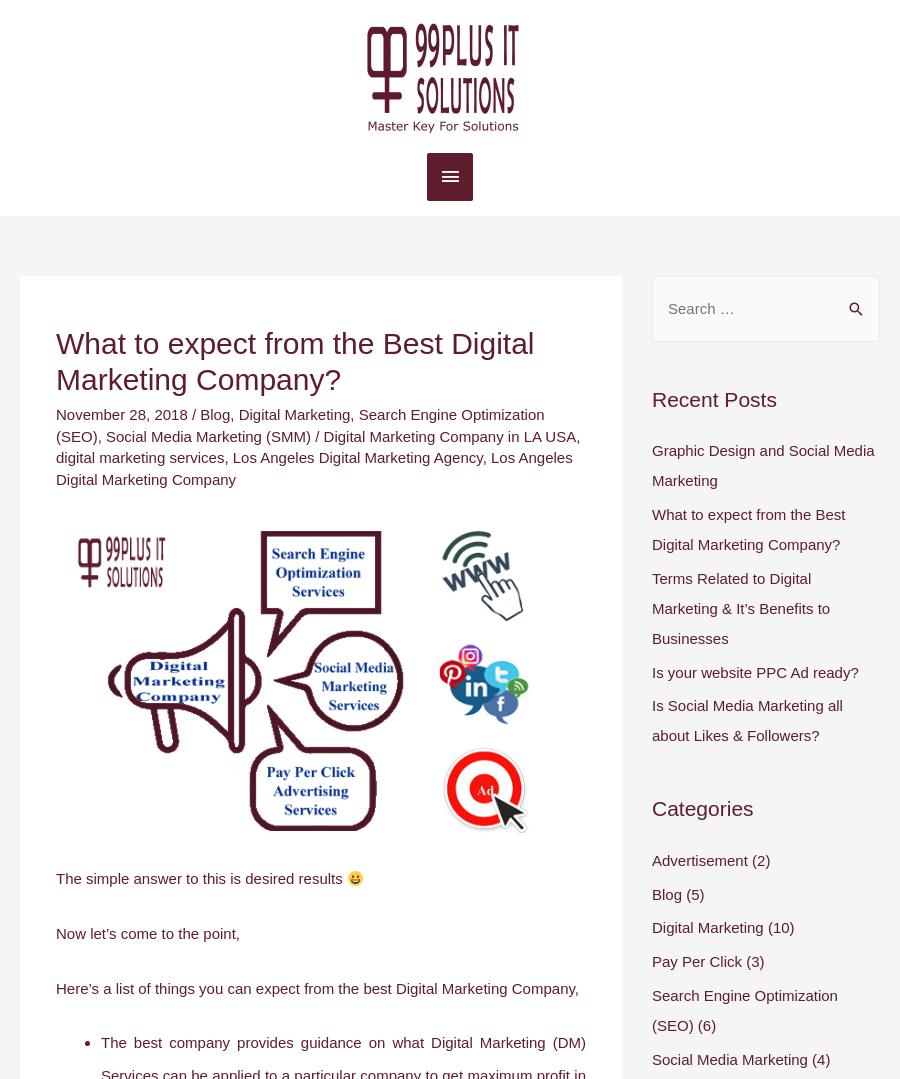 The image size is (900, 1079). I want to click on 'Now let’s come to the point,', so click(147, 932).